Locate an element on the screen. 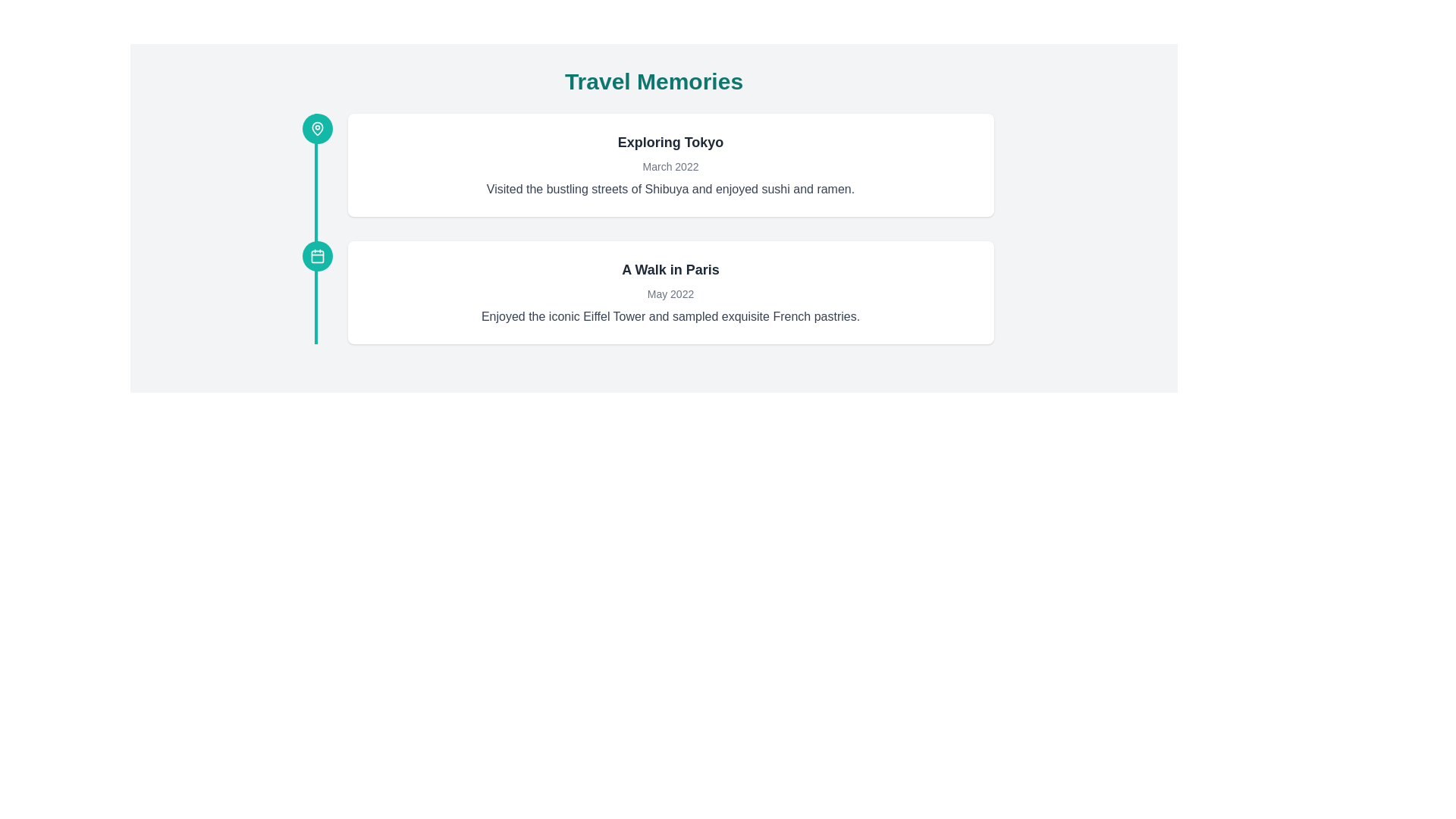  the static text label displaying 'March 2022' which is located under the title 'Exploring Tokyo' in a card-style layout is located at coordinates (670, 166).